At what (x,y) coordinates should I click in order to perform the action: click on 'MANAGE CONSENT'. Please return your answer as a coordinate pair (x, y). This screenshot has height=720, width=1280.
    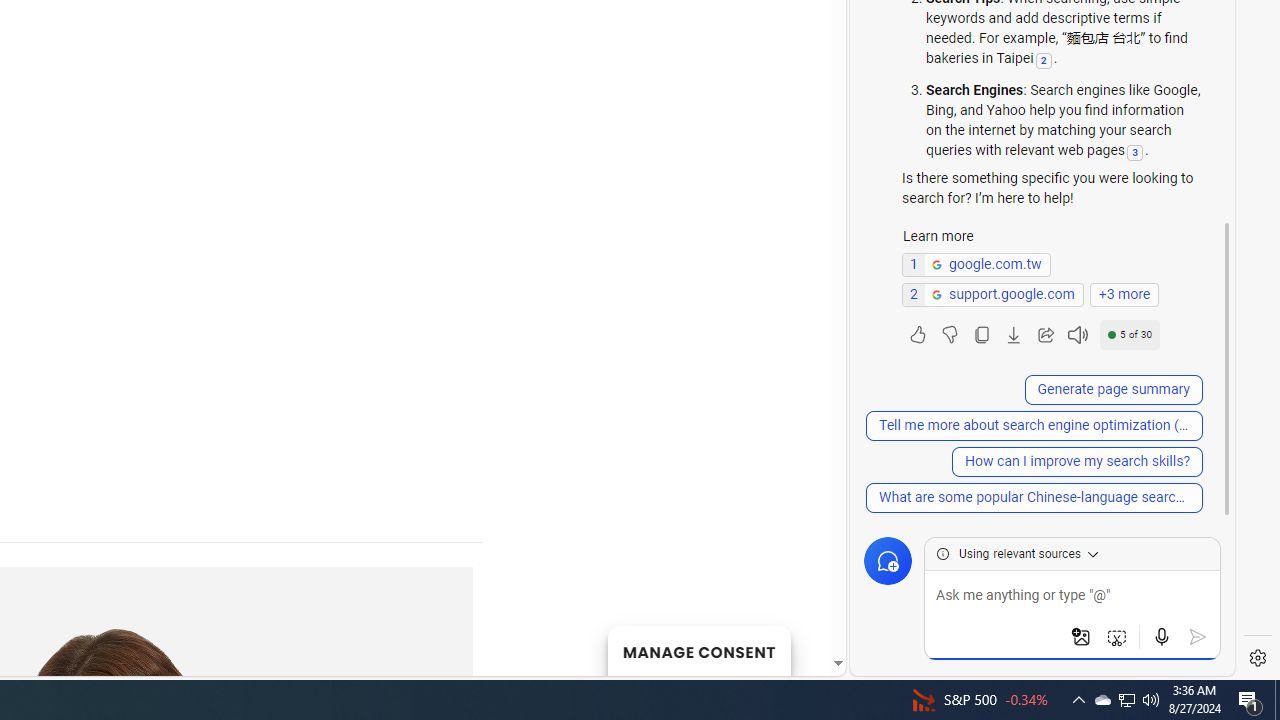
    Looking at the image, I should click on (698, 650).